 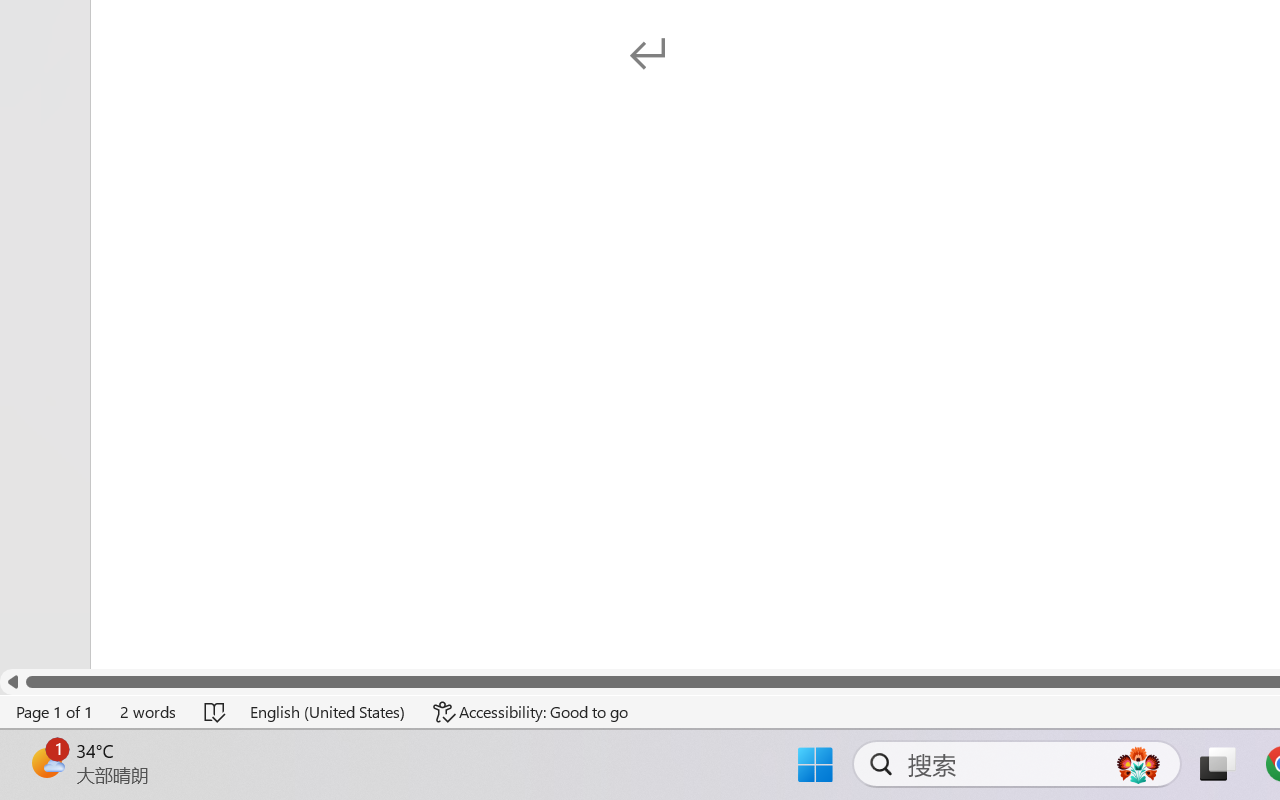 What do you see at coordinates (46, 762) in the screenshot?
I see `'AutomationID: BadgeAnchorLargeTicker'` at bounding box center [46, 762].